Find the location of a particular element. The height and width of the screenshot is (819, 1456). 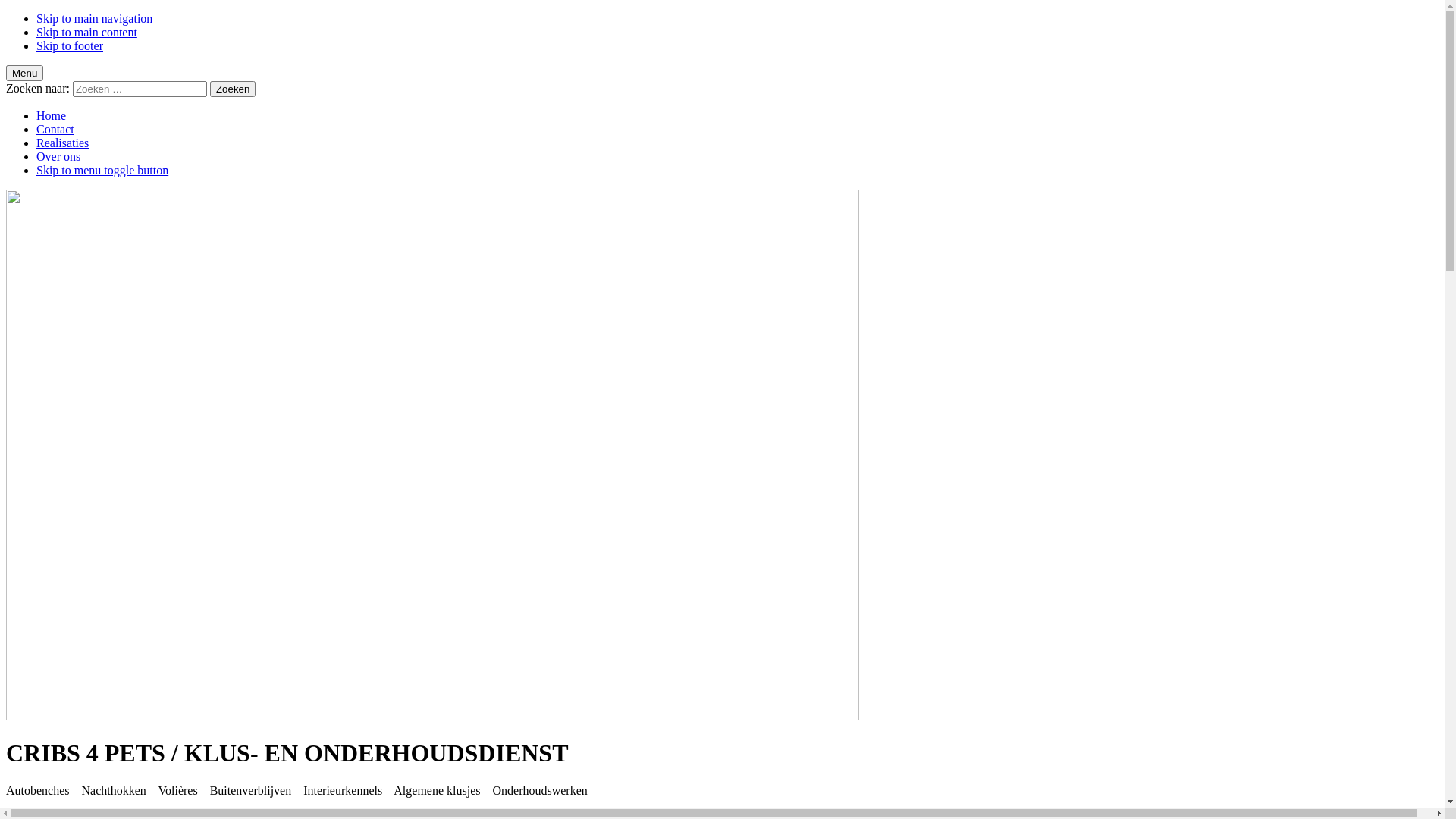

'Realisaties' is located at coordinates (61, 143).